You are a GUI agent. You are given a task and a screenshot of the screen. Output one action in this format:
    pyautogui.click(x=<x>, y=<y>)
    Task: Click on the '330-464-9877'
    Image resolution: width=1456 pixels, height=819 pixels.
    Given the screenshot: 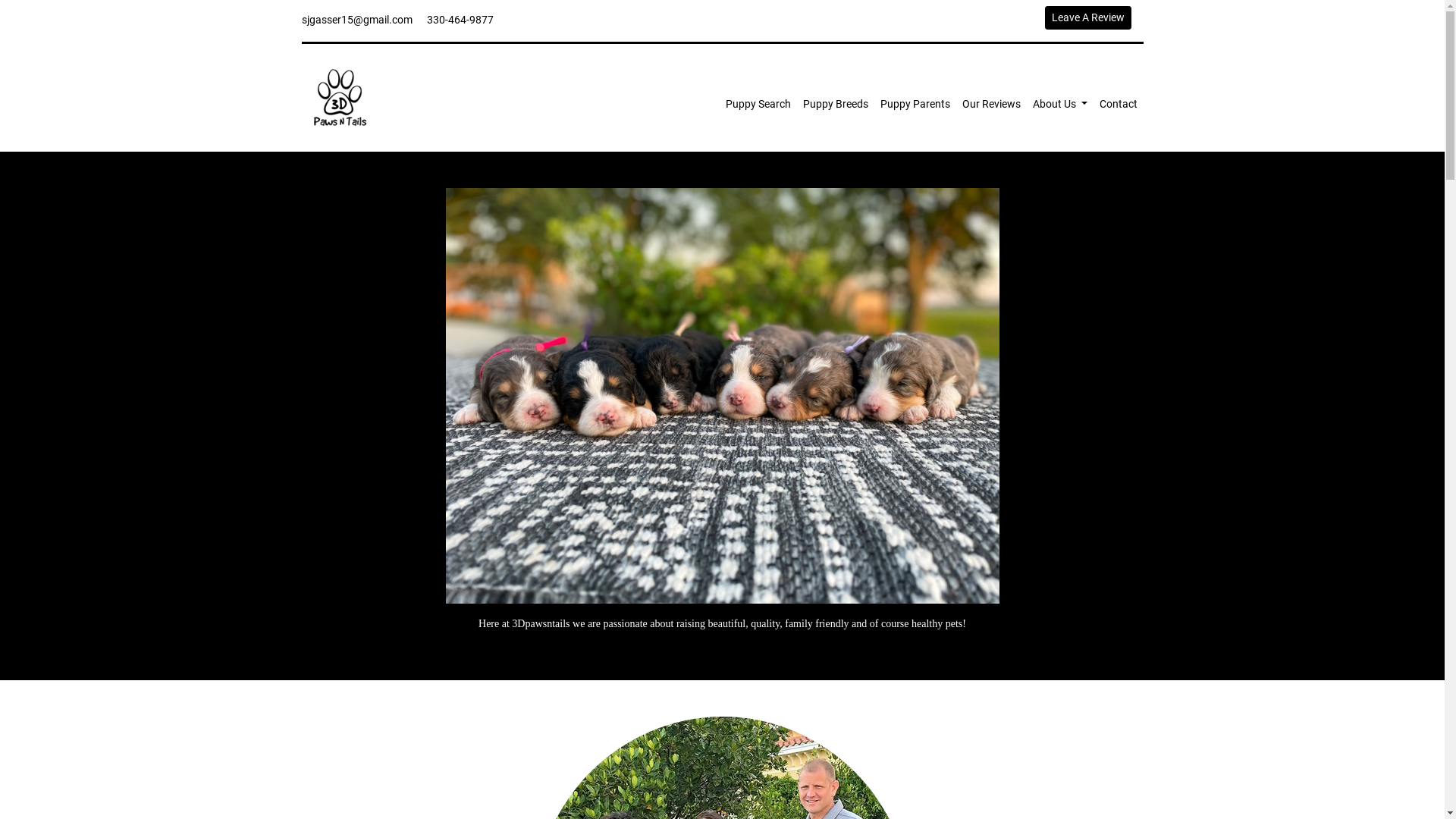 What is the action you would take?
    pyautogui.click(x=425, y=20)
    